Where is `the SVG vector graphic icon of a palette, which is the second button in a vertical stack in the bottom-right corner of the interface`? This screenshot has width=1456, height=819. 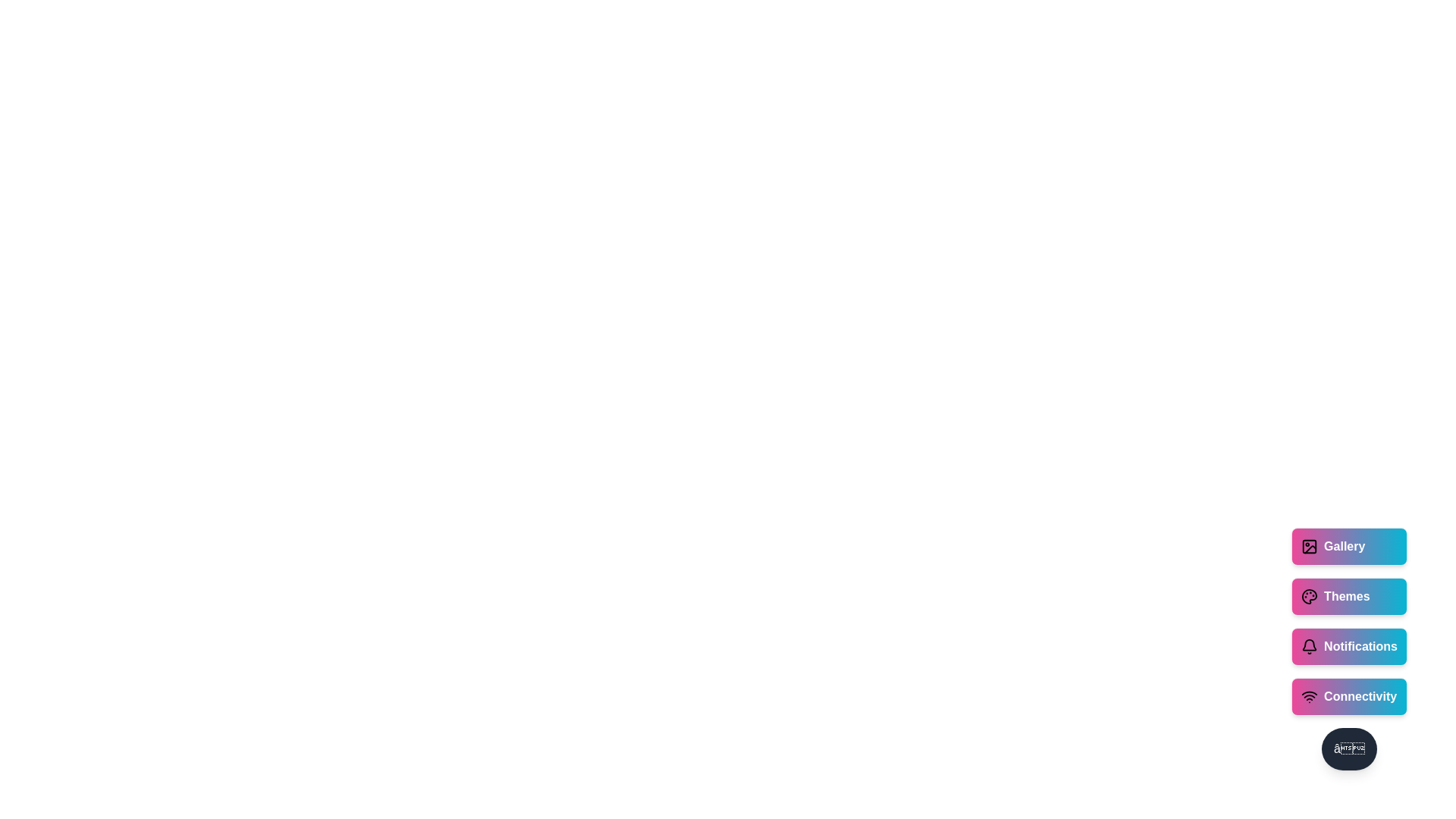 the SVG vector graphic icon of a palette, which is the second button in a vertical stack in the bottom-right corner of the interface is located at coordinates (1309, 595).